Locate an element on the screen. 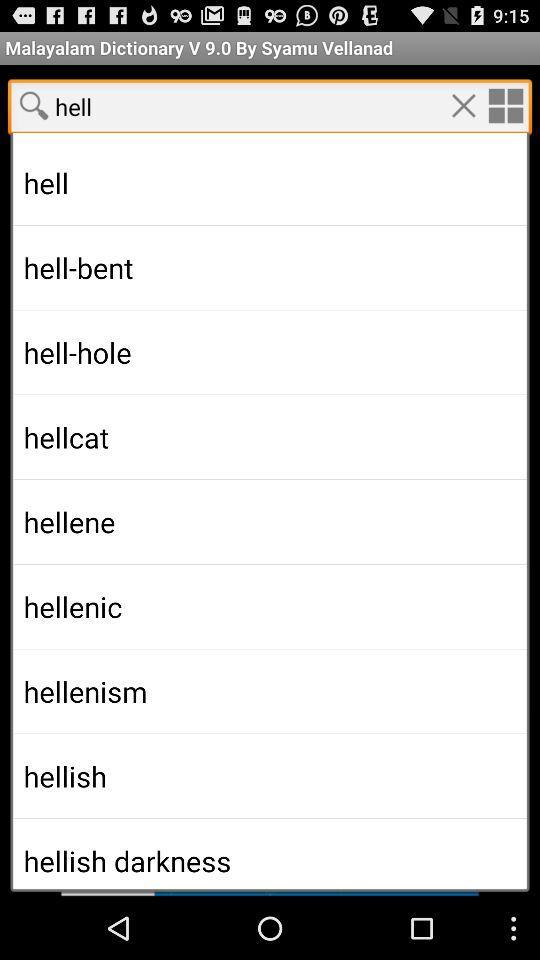 The image size is (540, 960). options is located at coordinates (504, 105).